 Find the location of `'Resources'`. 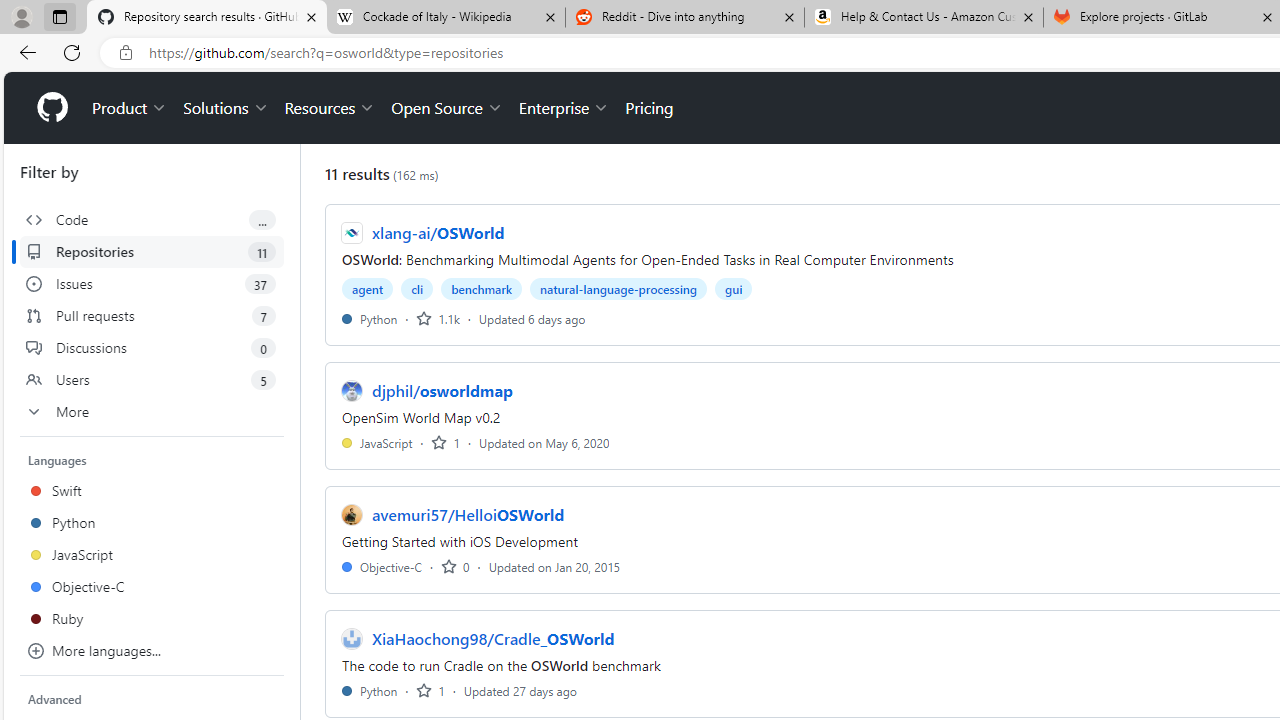

'Resources' is located at coordinates (330, 108).